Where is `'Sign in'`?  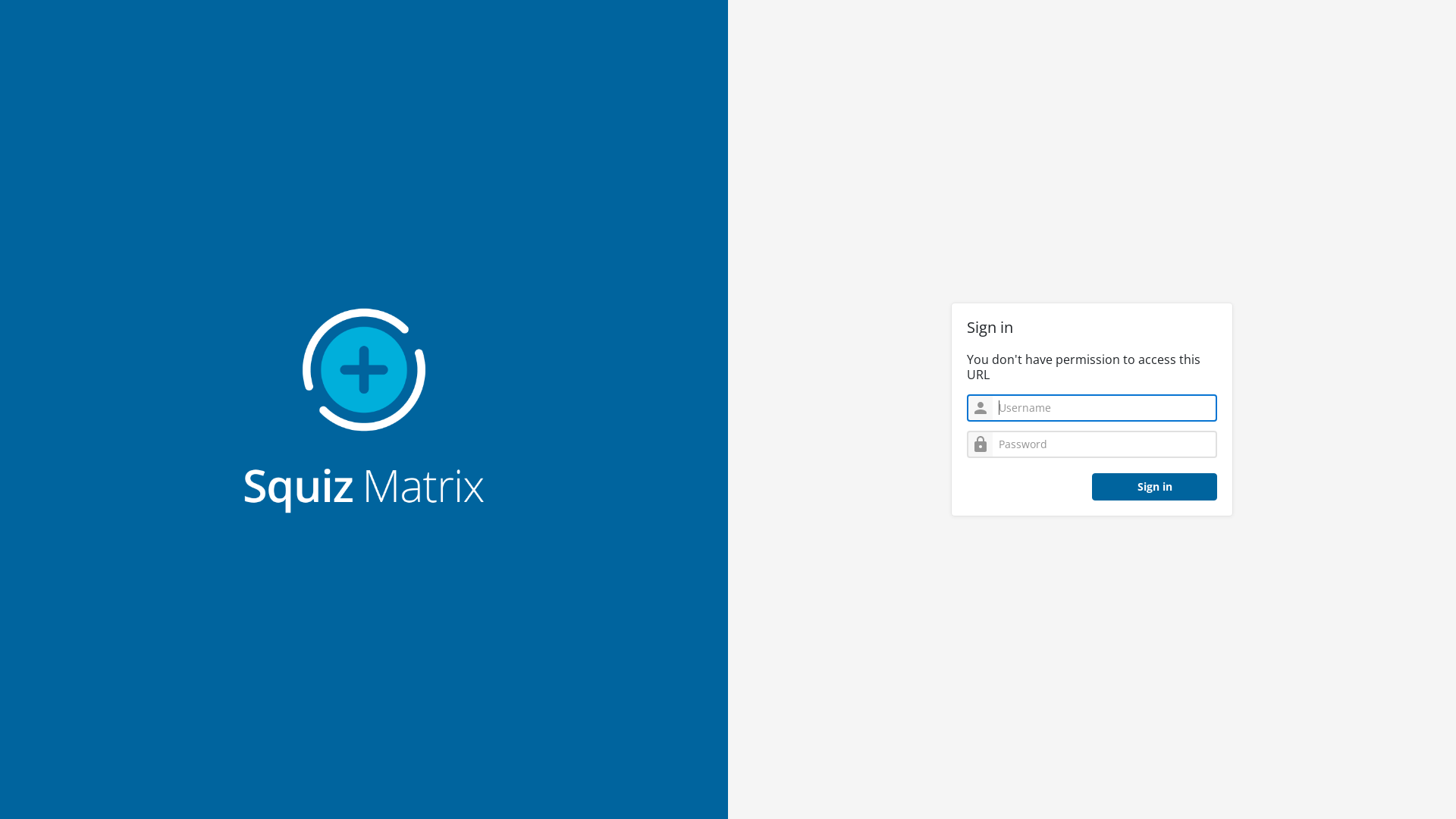 'Sign in' is located at coordinates (1153, 486).